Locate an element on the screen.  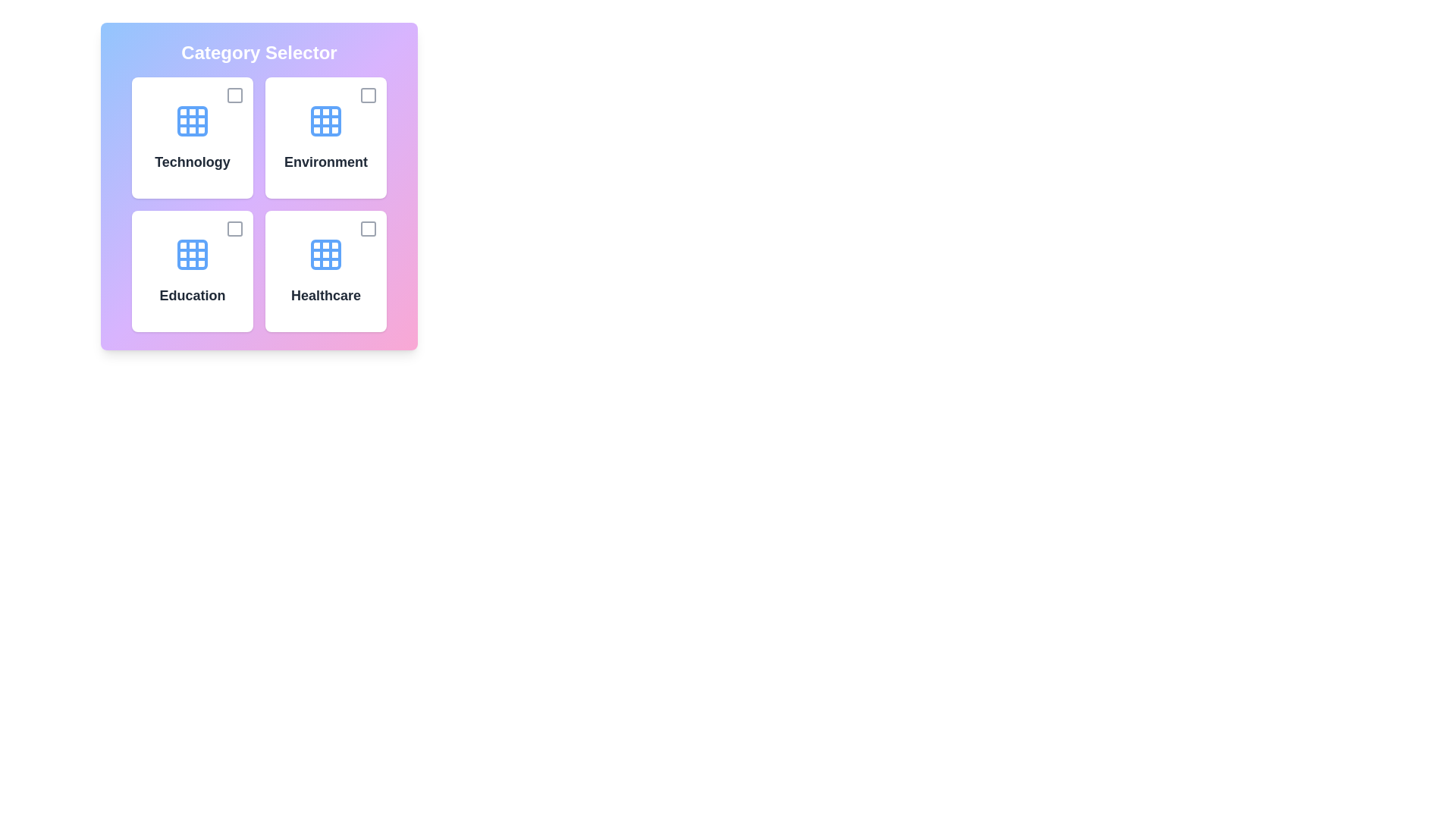
the category card labeled Environment to toggle its selection state is located at coordinates (325, 137).